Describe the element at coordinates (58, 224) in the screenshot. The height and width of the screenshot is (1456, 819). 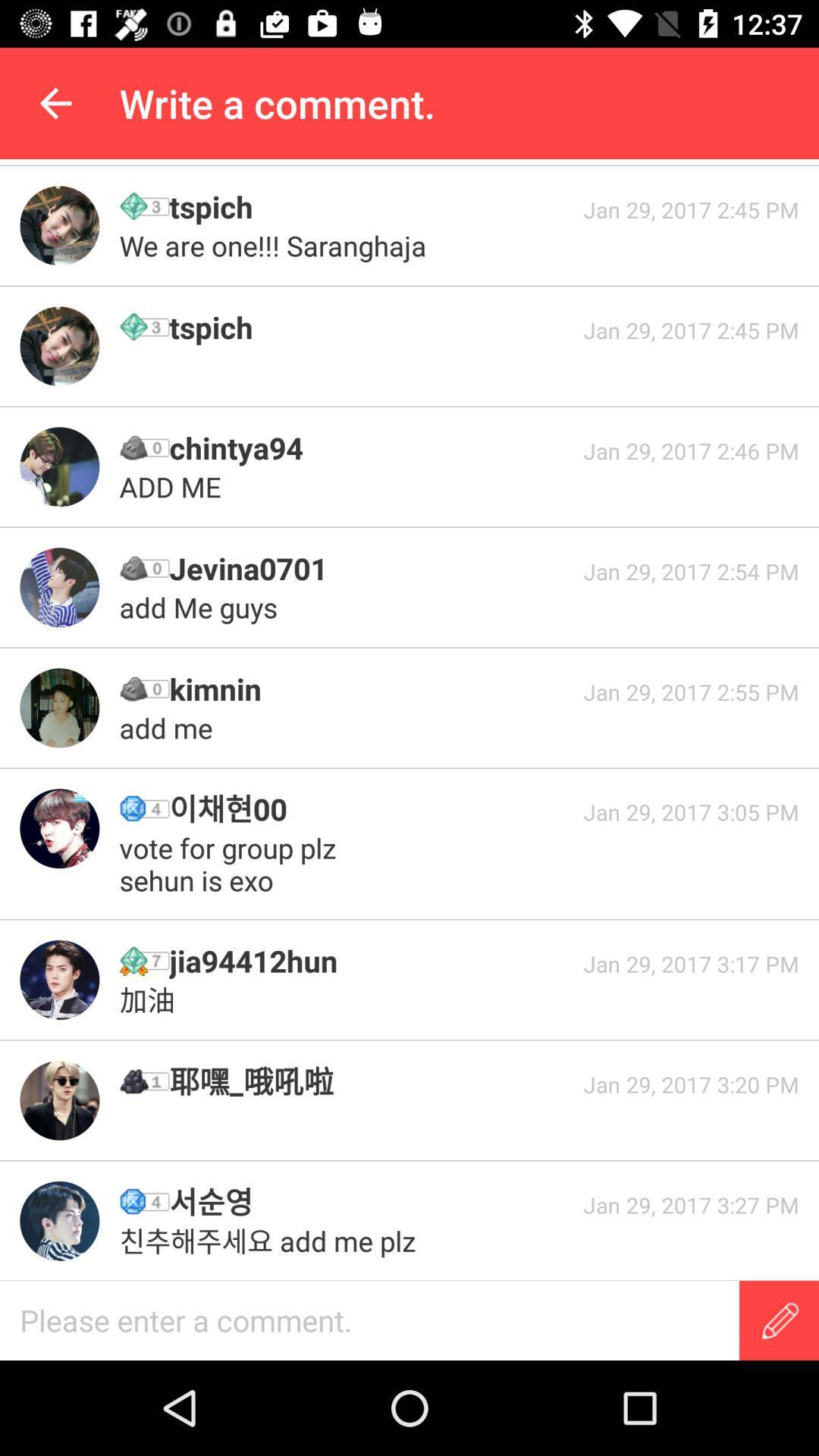
I see `check the profile` at that location.